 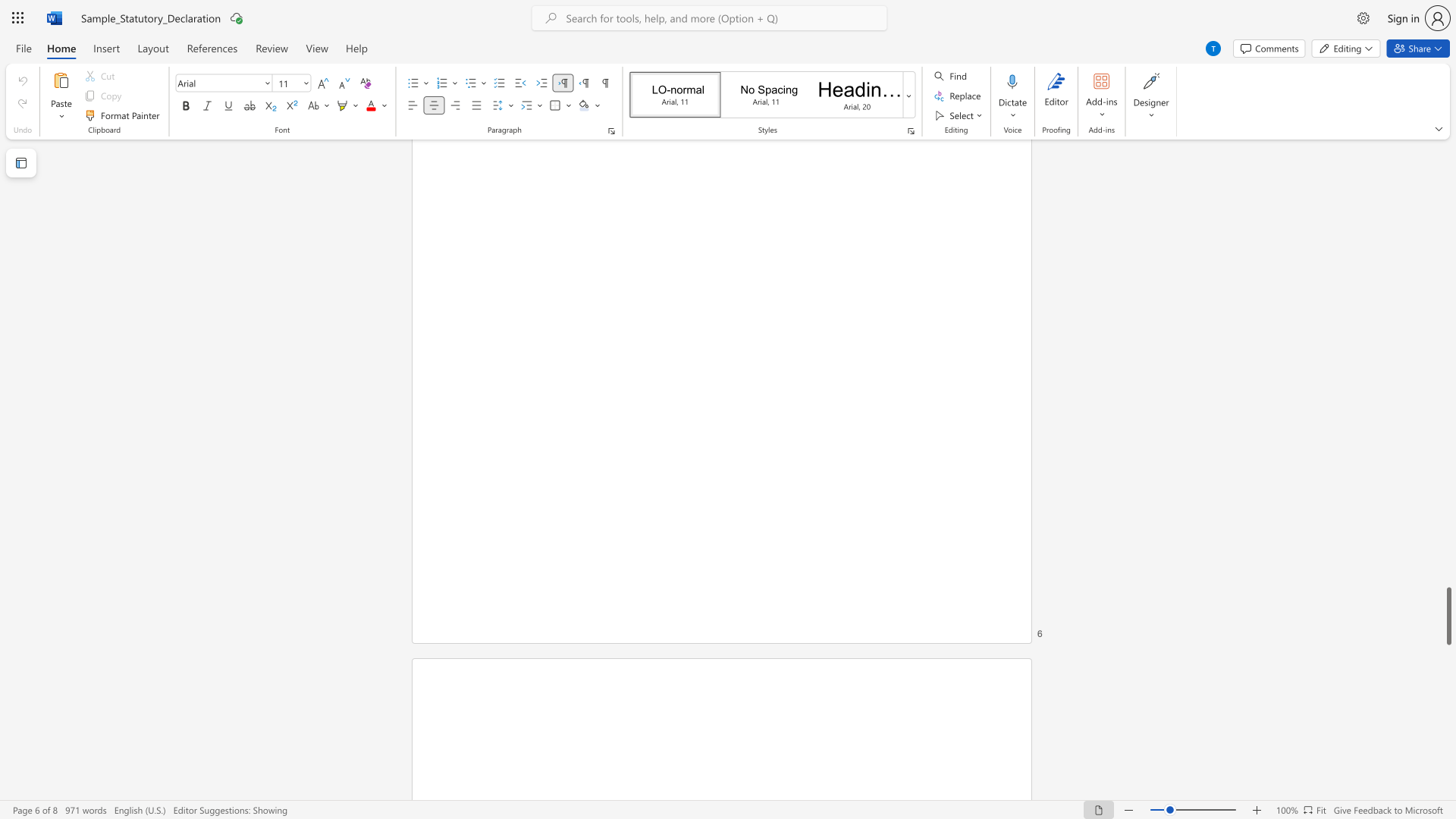 What do you see at coordinates (1448, 281) in the screenshot?
I see `the scrollbar to scroll the page up` at bounding box center [1448, 281].